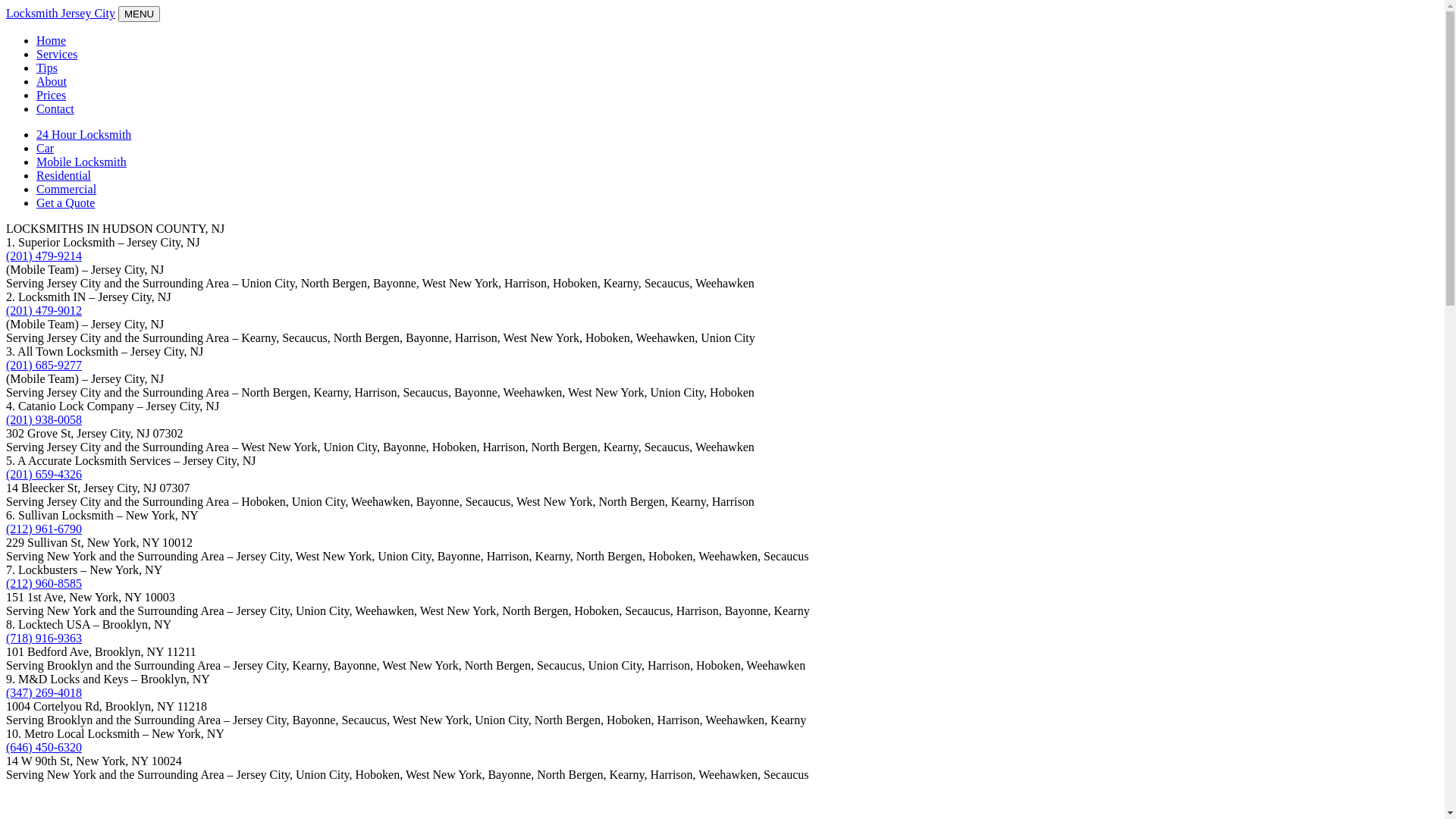  I want to click on '(201) 685-9277', so click(43, 365).